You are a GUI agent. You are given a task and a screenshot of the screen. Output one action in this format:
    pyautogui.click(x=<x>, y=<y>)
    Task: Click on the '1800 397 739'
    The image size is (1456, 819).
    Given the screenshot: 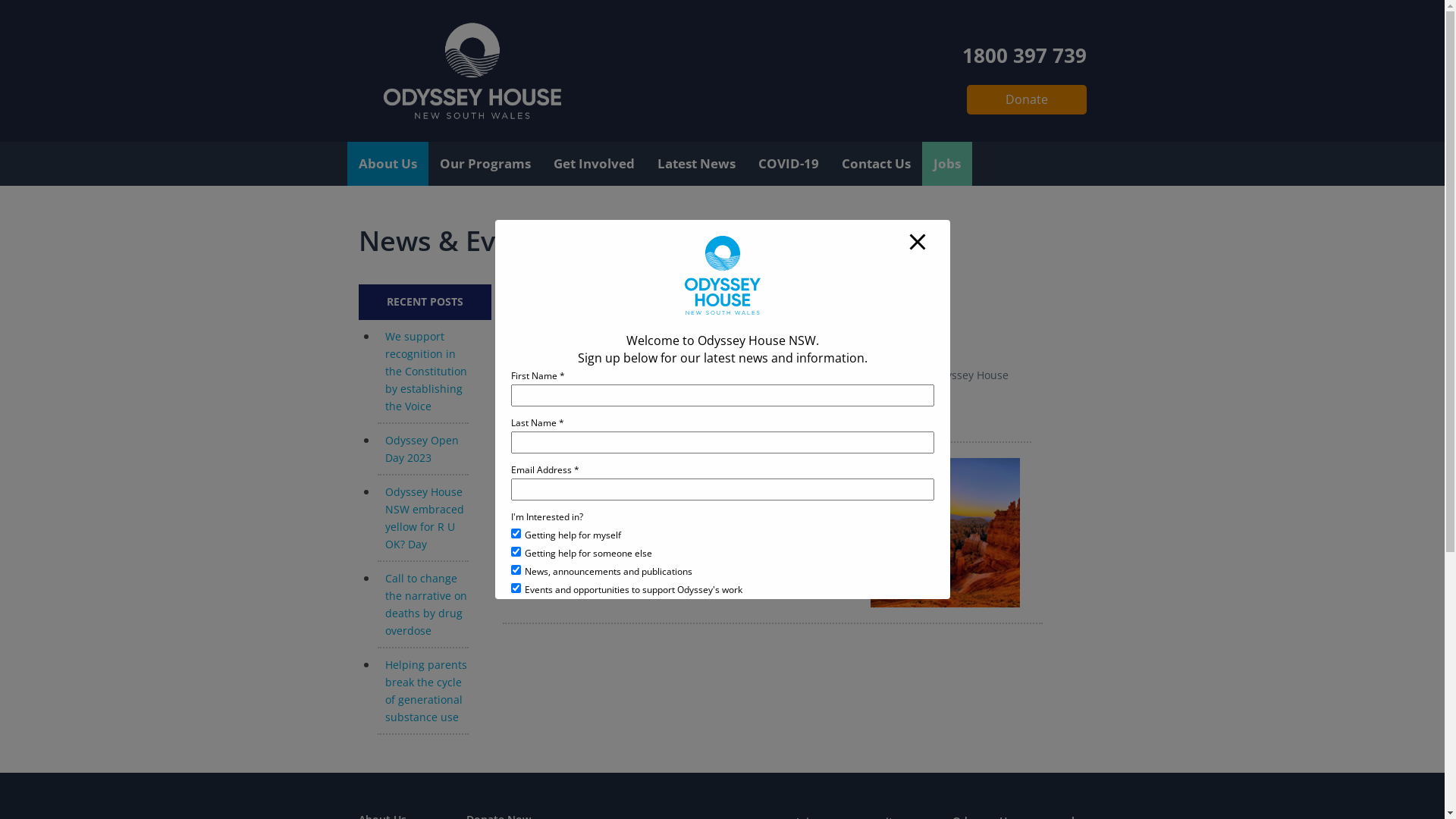 What is the action you would take?
    pyautogui.click(x=1023, y=52)
    